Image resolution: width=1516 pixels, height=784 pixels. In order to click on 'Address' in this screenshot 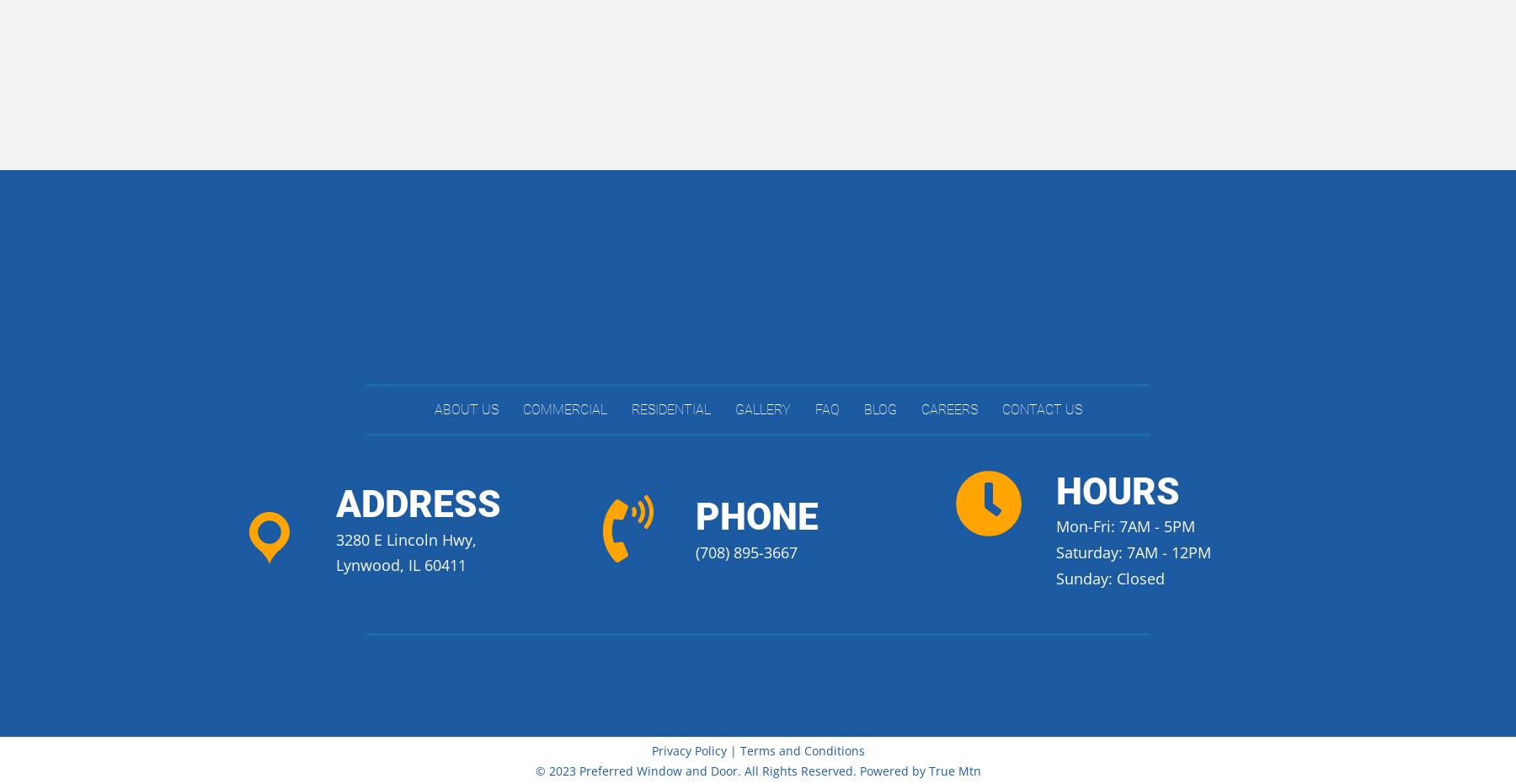, I will do `click(417, 502)`.